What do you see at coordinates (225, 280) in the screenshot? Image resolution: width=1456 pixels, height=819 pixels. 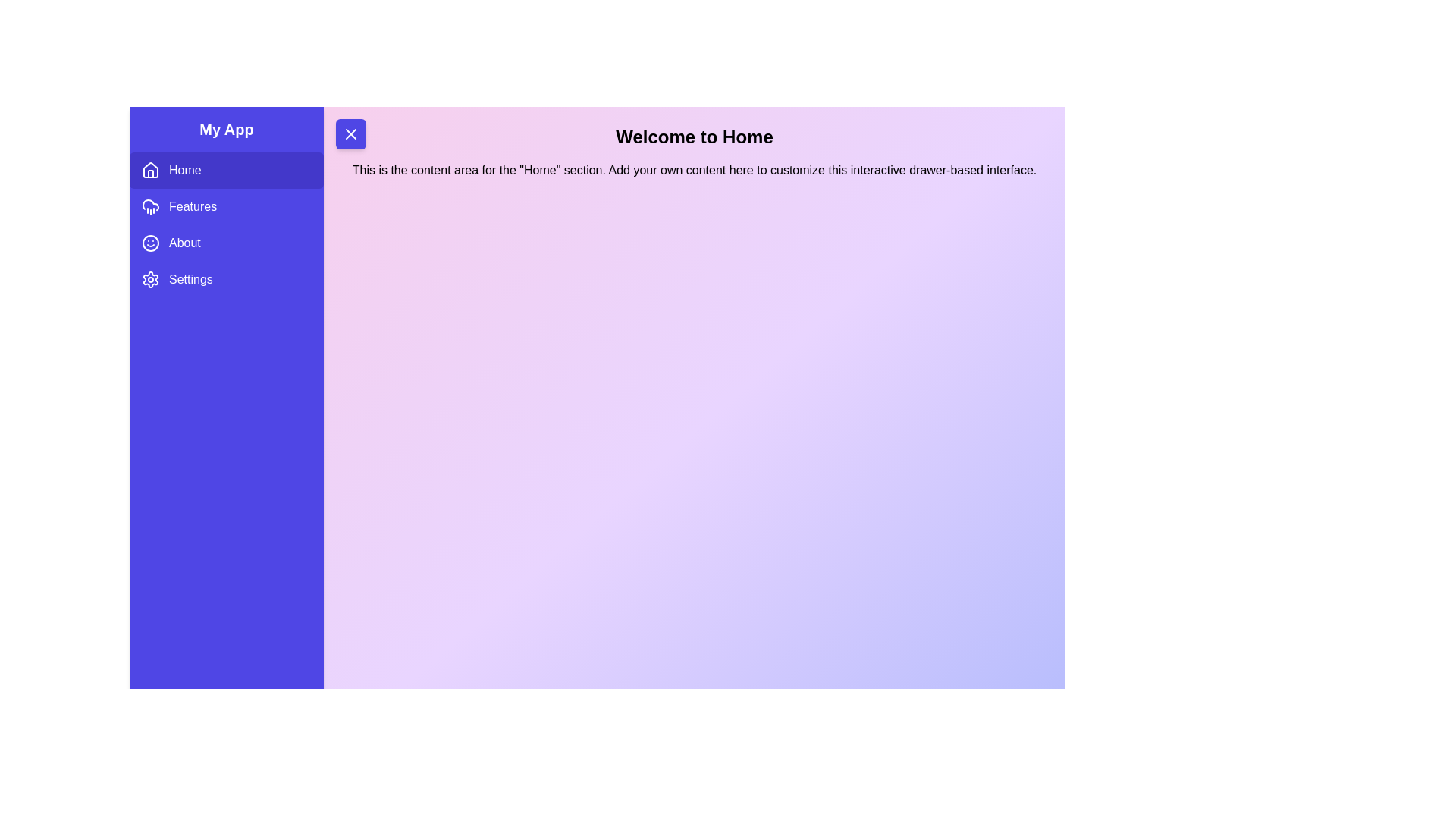 I see `the sidebar item Settings` at bounding box center [225, 280].